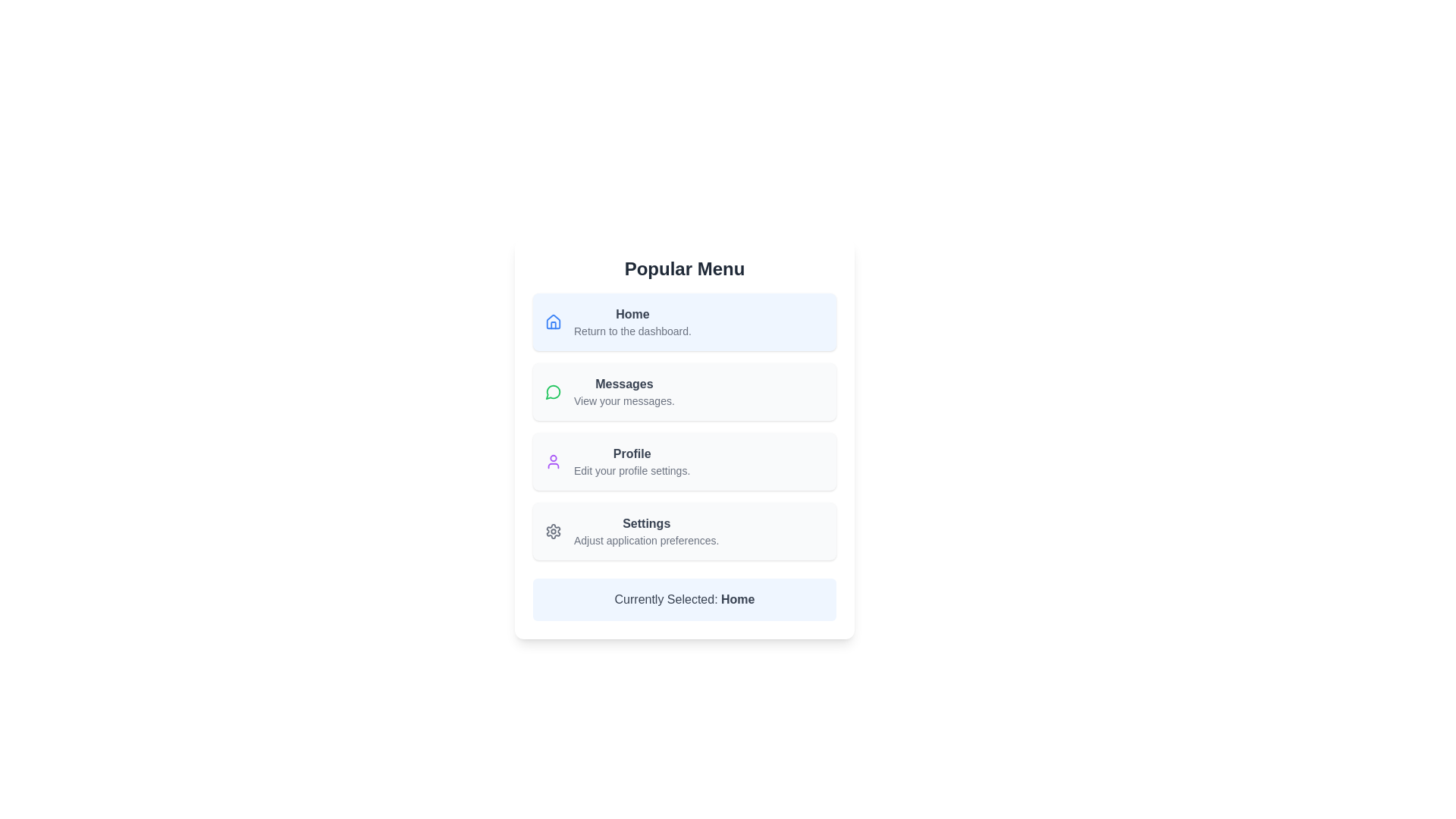 The width and height of the screenshot is (1456, 819). Describe the element at coordinates (683, 321) in the screenshot. I see `the menu item labeled Home` at that location.